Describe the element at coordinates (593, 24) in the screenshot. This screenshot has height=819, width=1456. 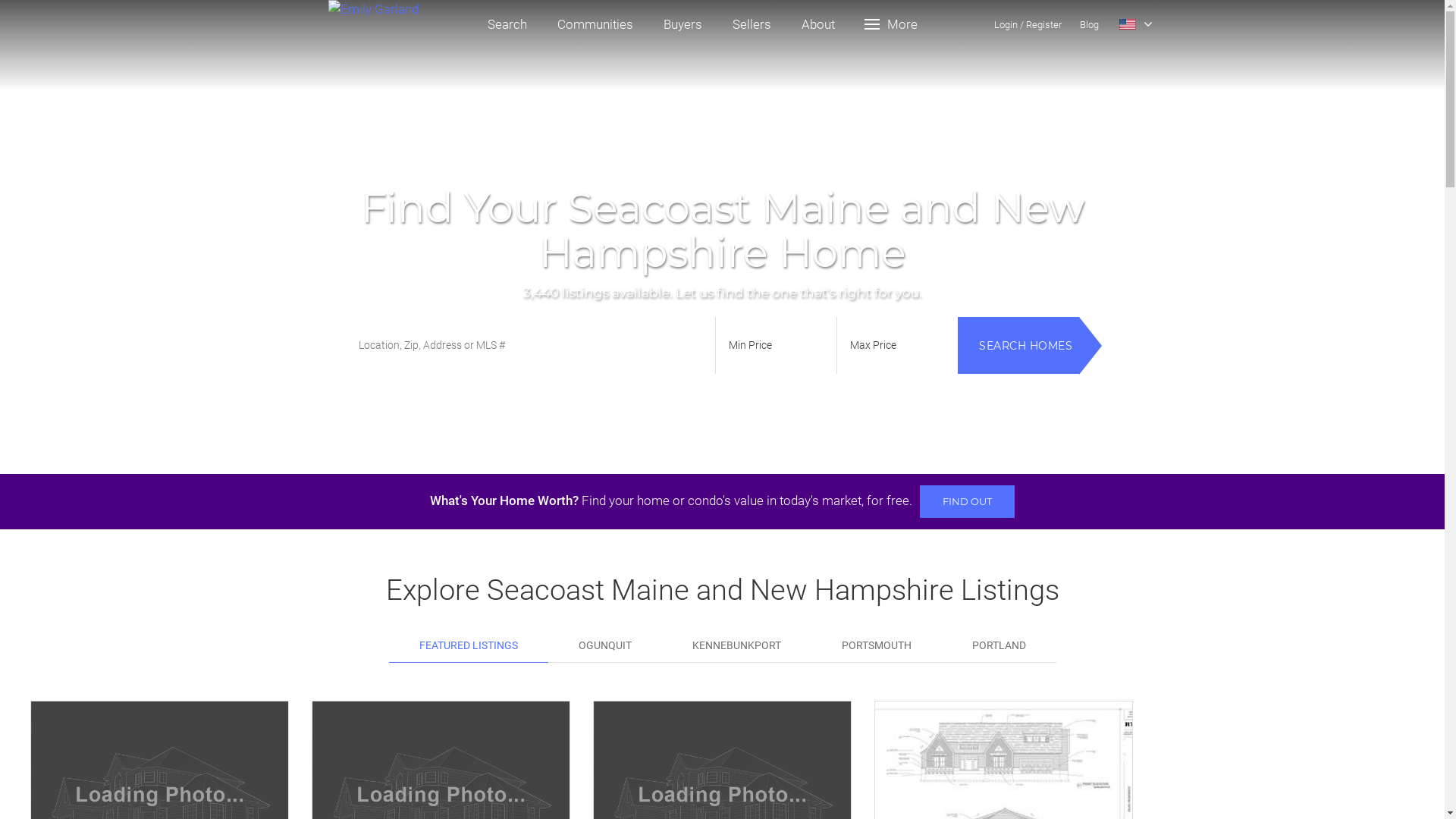
I see `'Communities'` at that location.